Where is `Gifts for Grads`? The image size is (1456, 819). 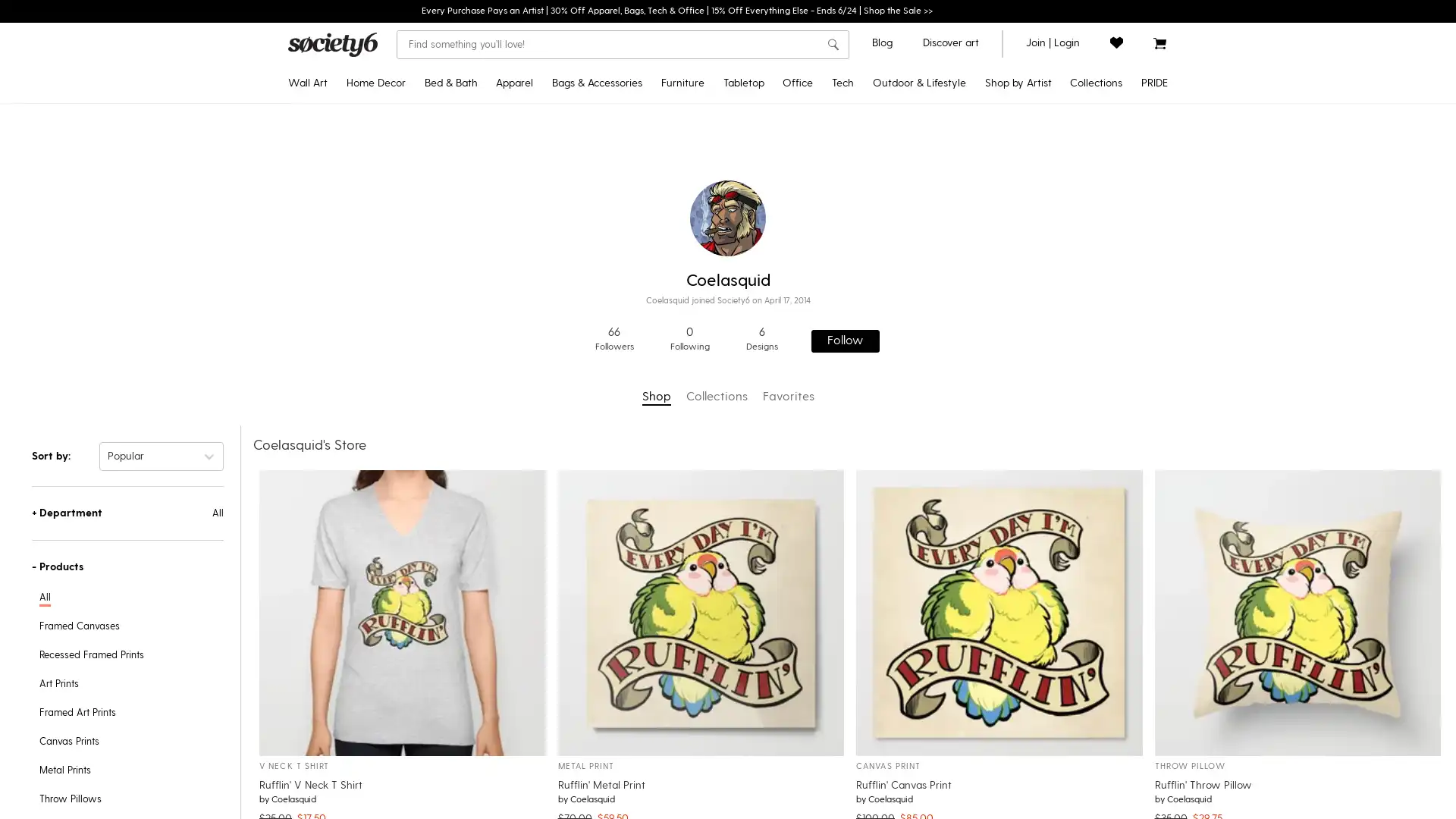
Gifts for Grads is located at coordinates (1040, 146).